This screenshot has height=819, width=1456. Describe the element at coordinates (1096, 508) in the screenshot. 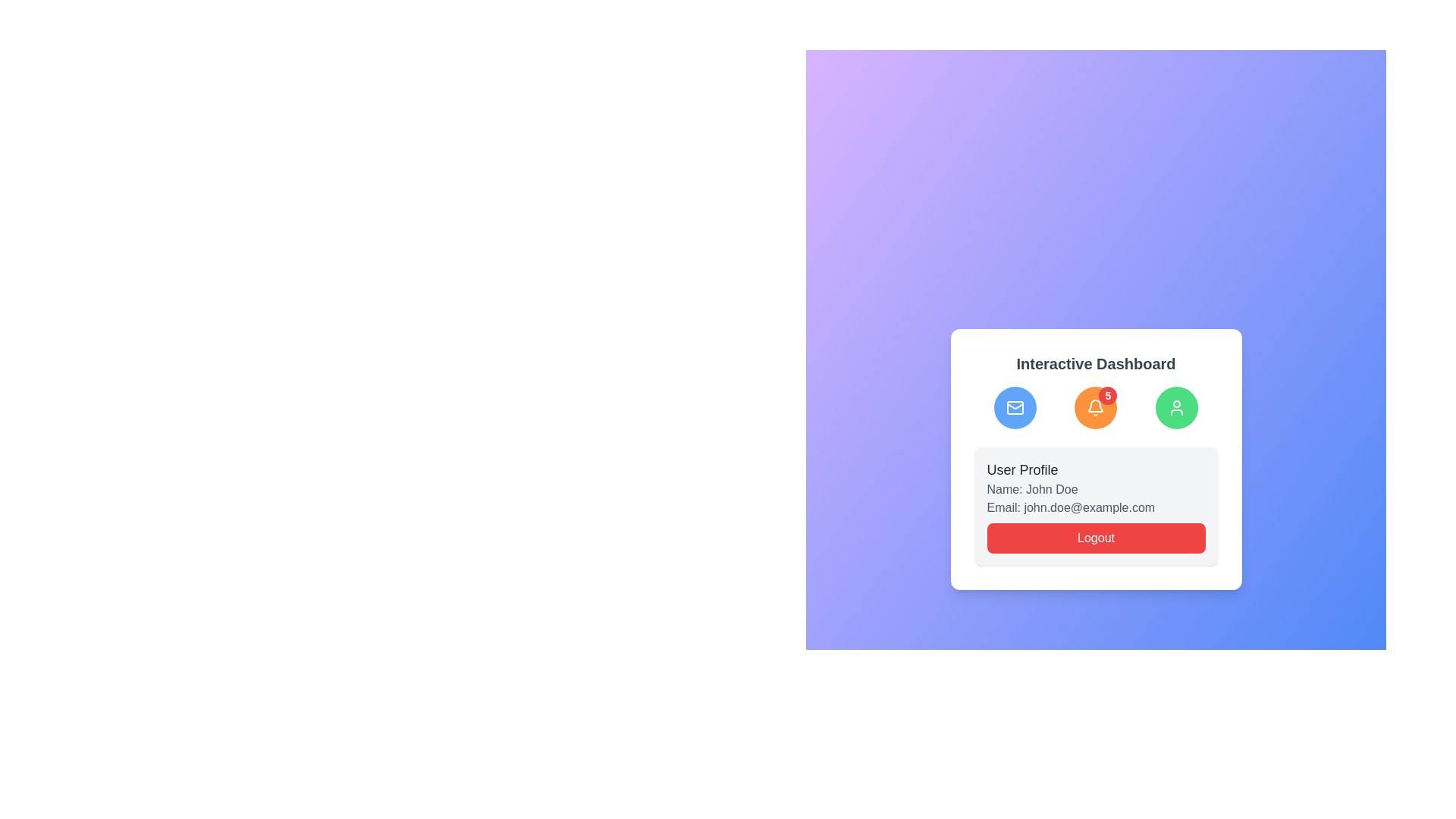

I see `the static text display that shows the user's email address, located below 'Name: John Doe' and above the 'Logout' button in the user profile card` at that location.